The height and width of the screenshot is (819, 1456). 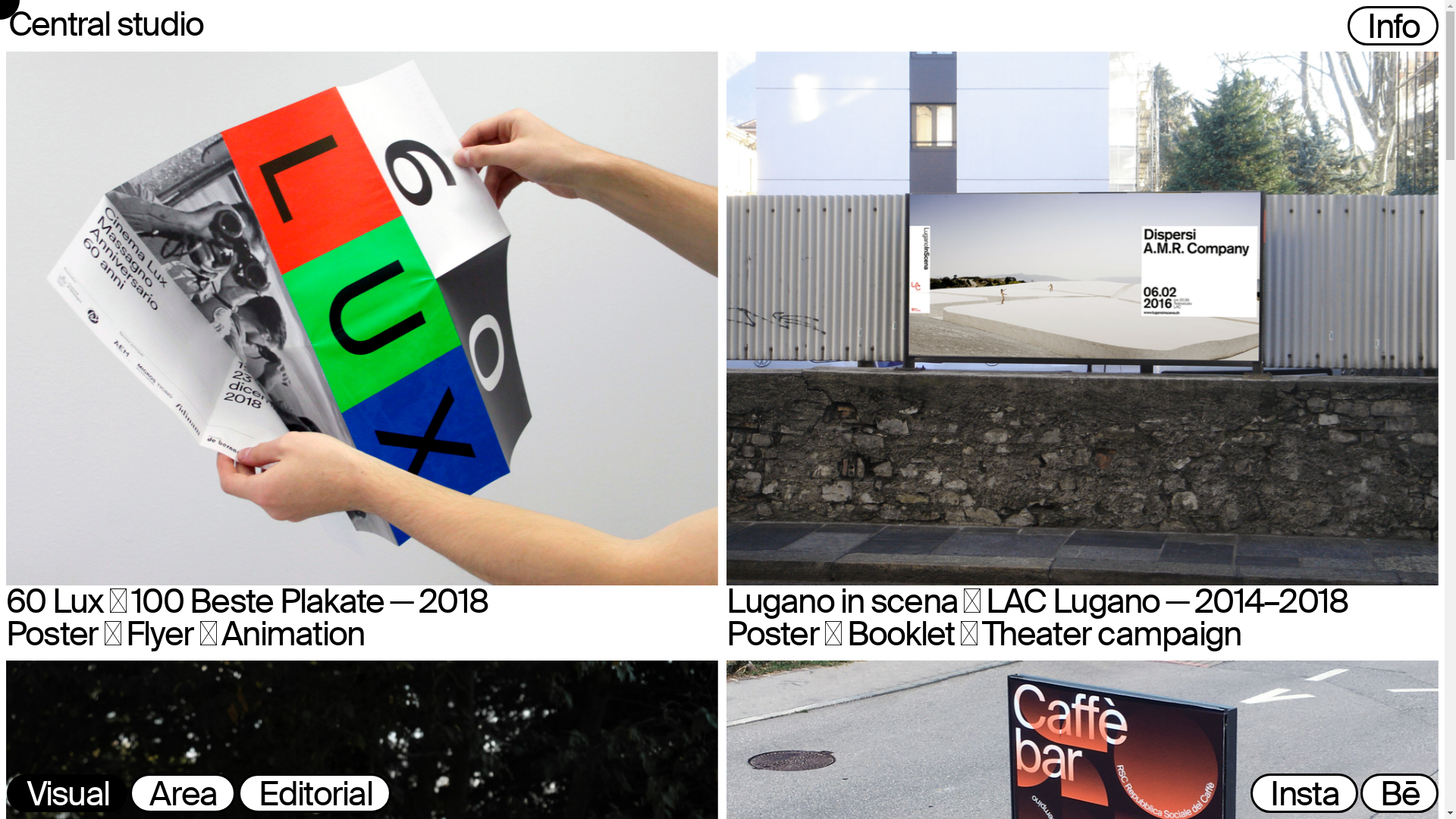 I want to click on 'Central studio', so click(x=105, y=26).